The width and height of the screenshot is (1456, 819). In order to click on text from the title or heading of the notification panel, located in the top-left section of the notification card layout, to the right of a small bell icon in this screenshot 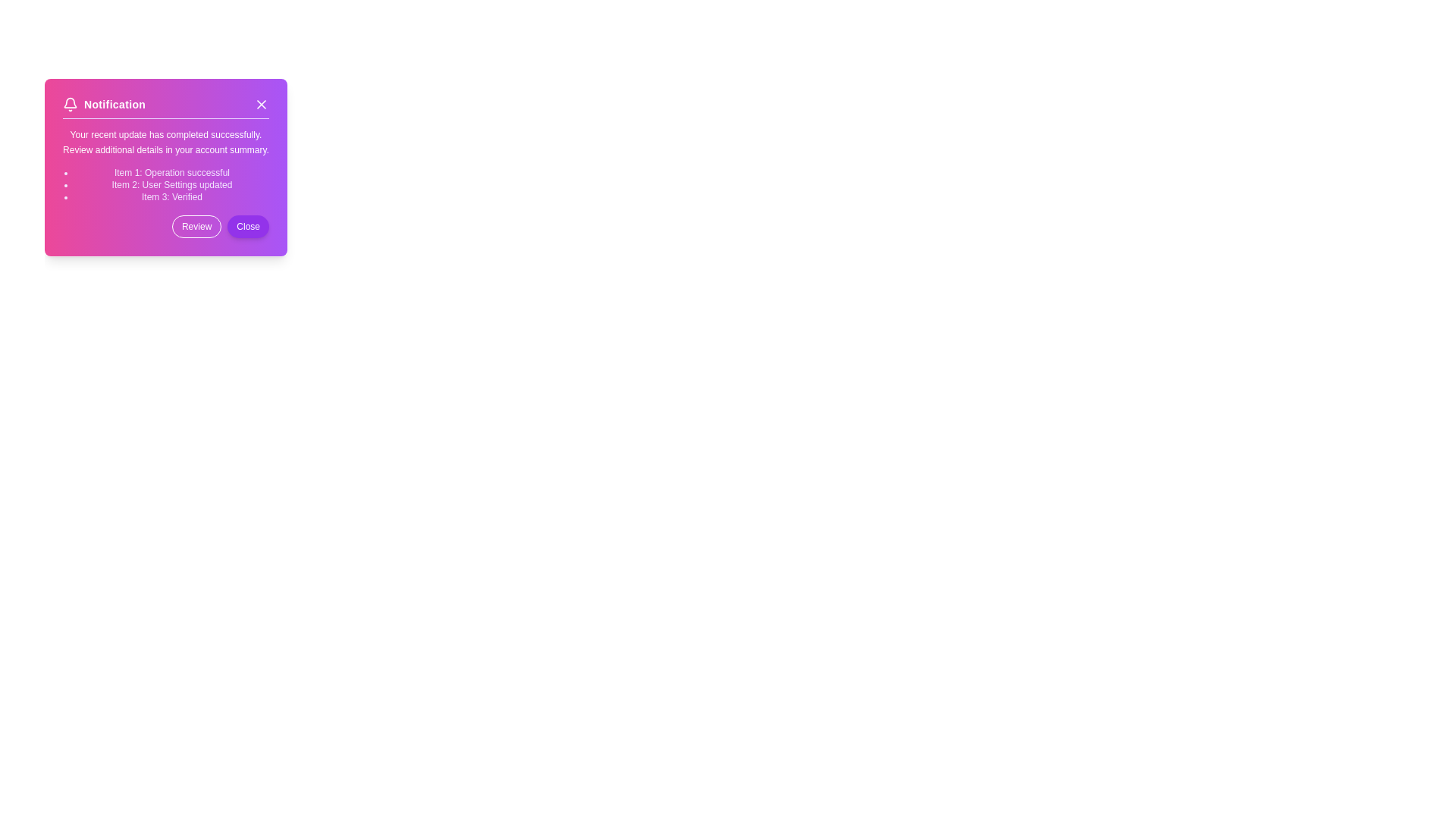, I will do `click(114, 104)`.